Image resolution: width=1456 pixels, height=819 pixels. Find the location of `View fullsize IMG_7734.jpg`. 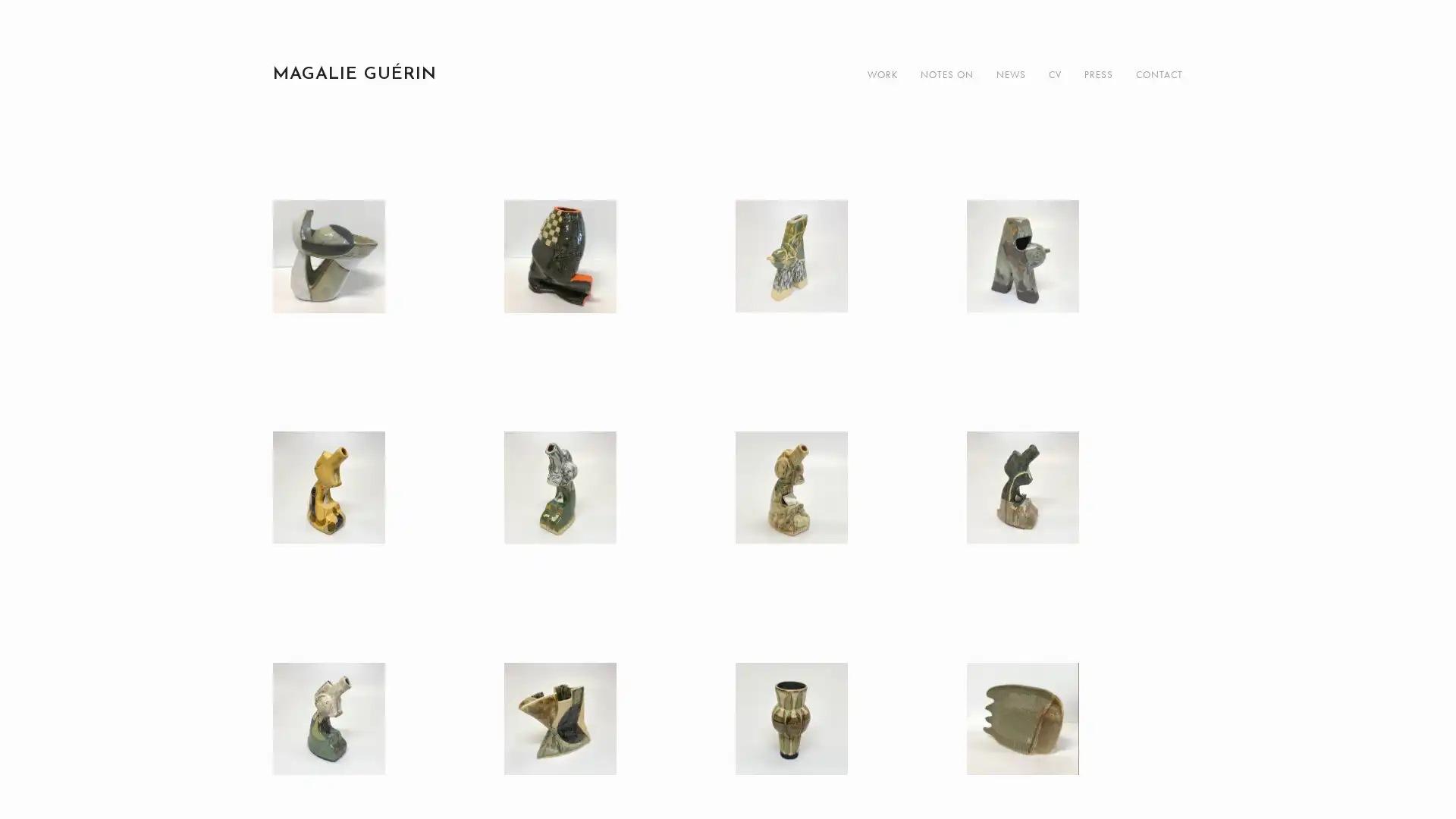

View fullsize IMG_7734.jpg is located at coordinates (381, 538).